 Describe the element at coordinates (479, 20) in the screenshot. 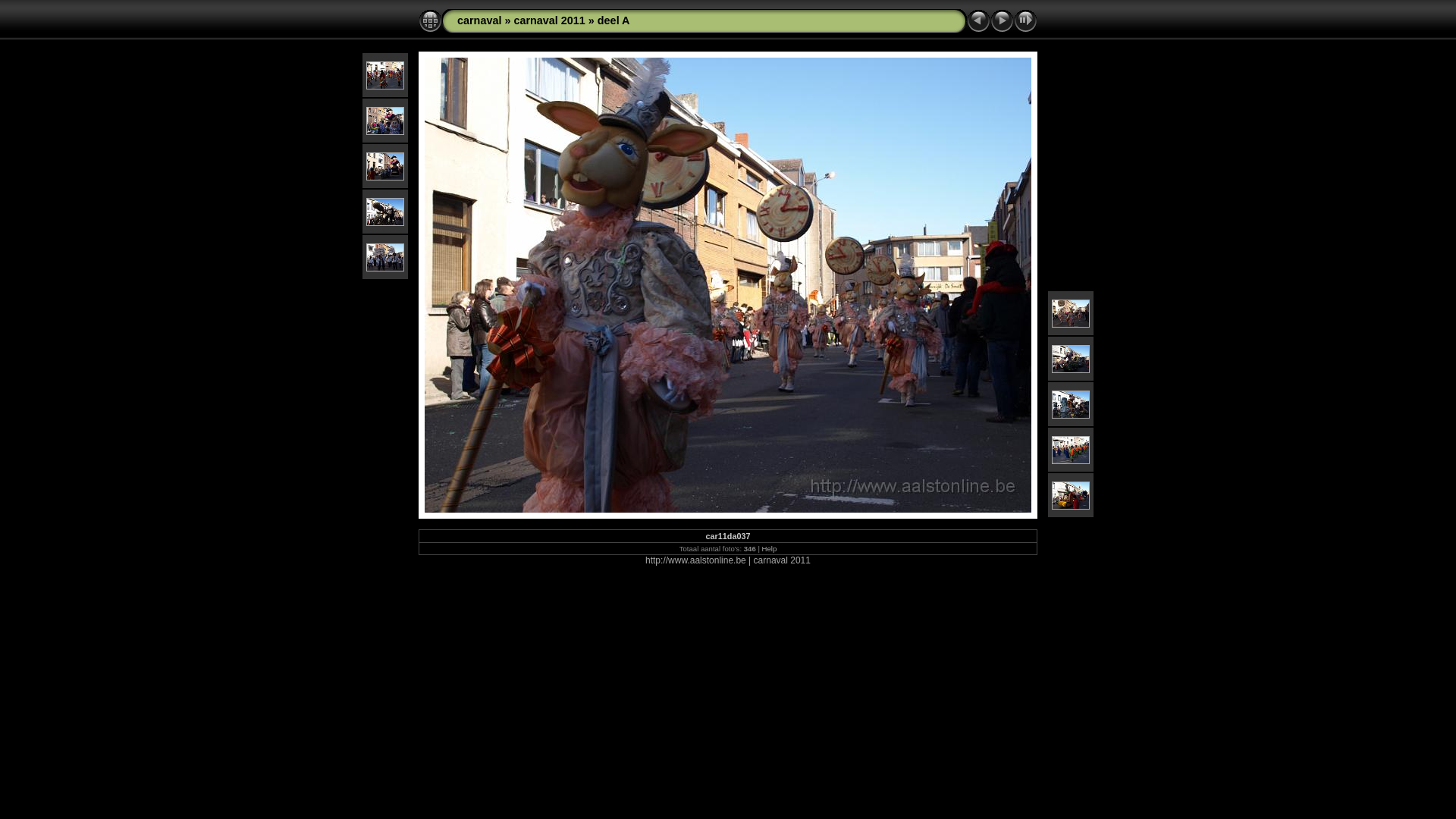

I see `'carnaval'` at that location.